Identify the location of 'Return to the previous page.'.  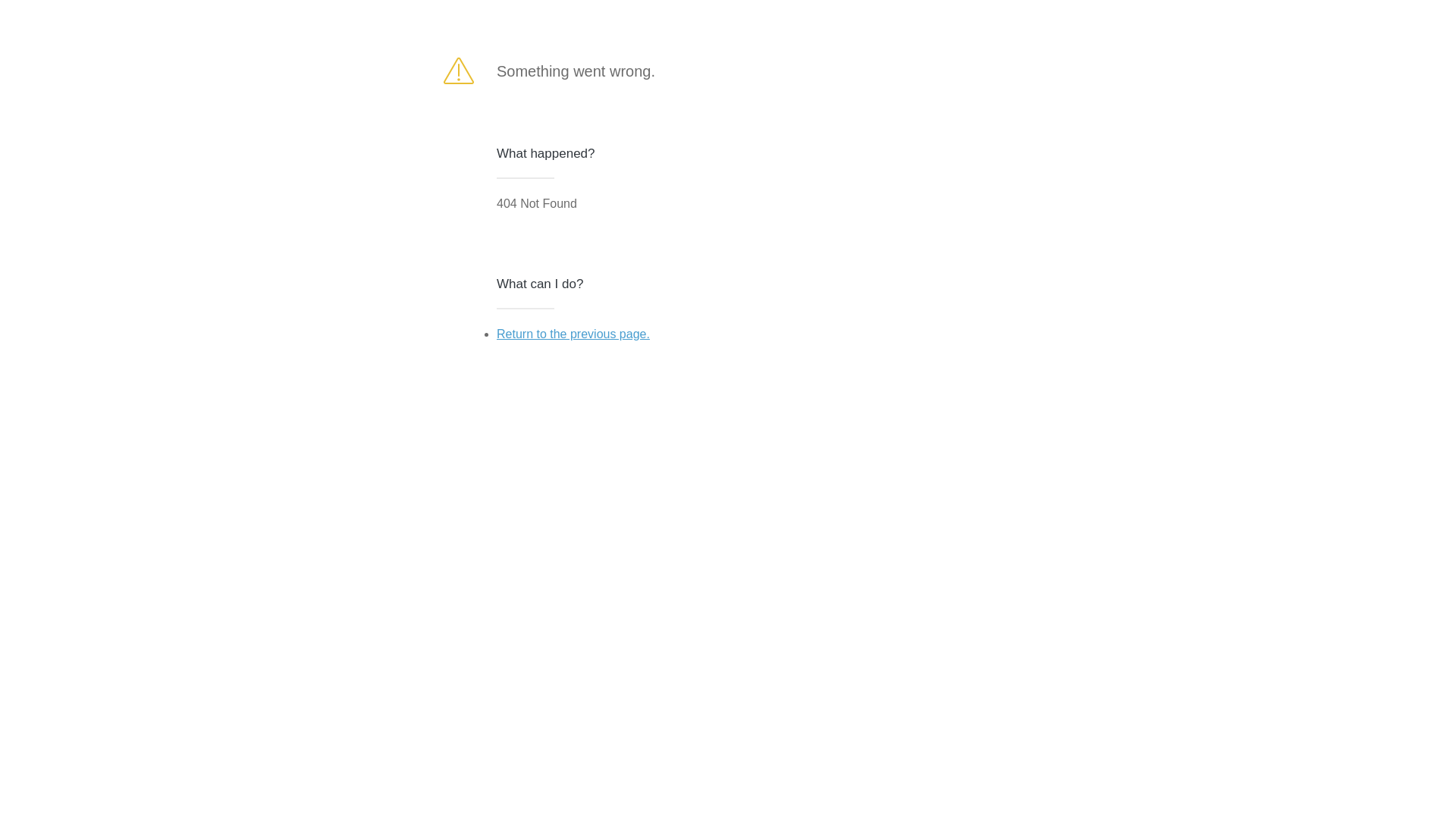
(496, 333).